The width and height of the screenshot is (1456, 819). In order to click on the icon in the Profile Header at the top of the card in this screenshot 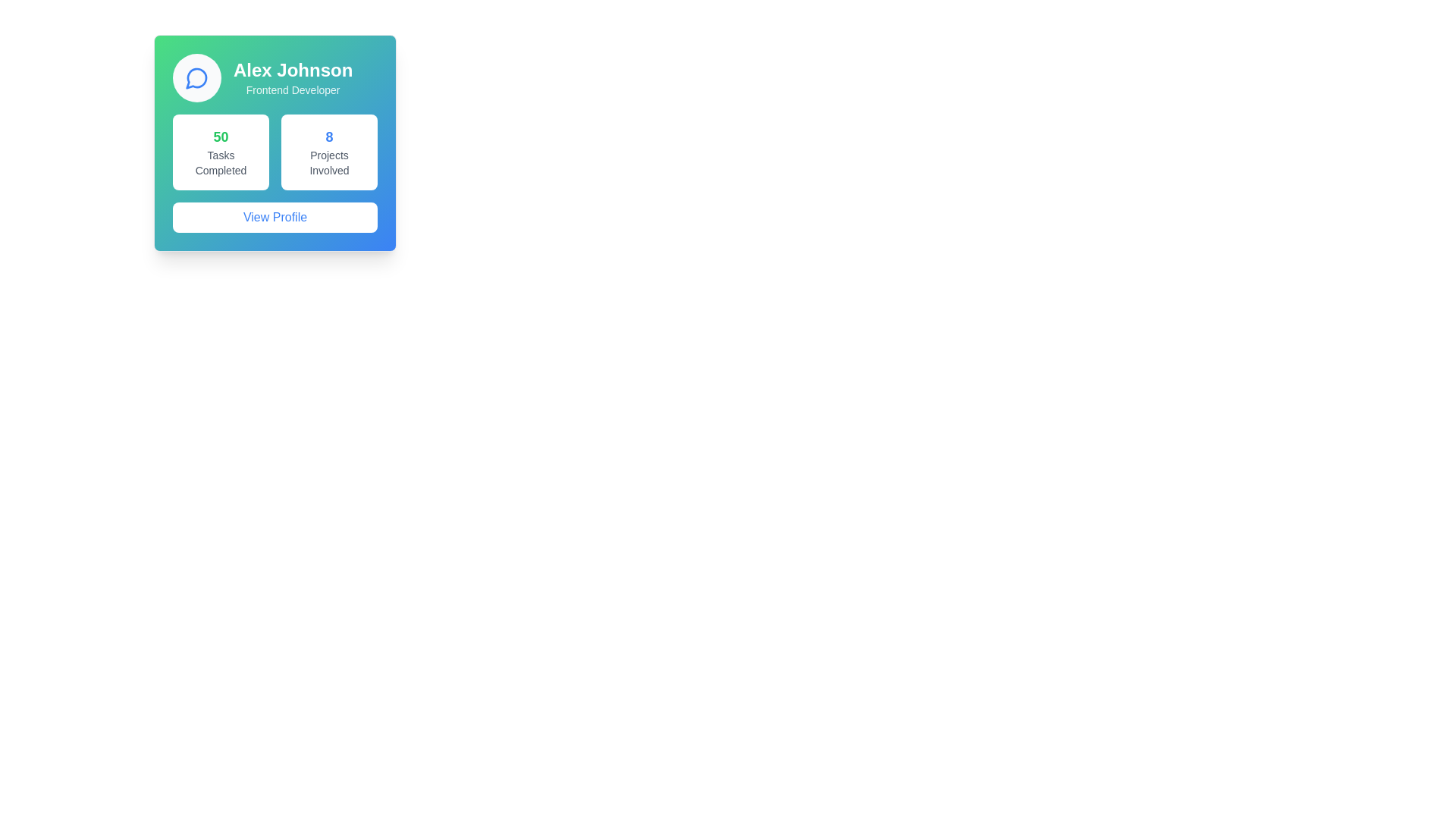, I will do `click(275, 78)`.